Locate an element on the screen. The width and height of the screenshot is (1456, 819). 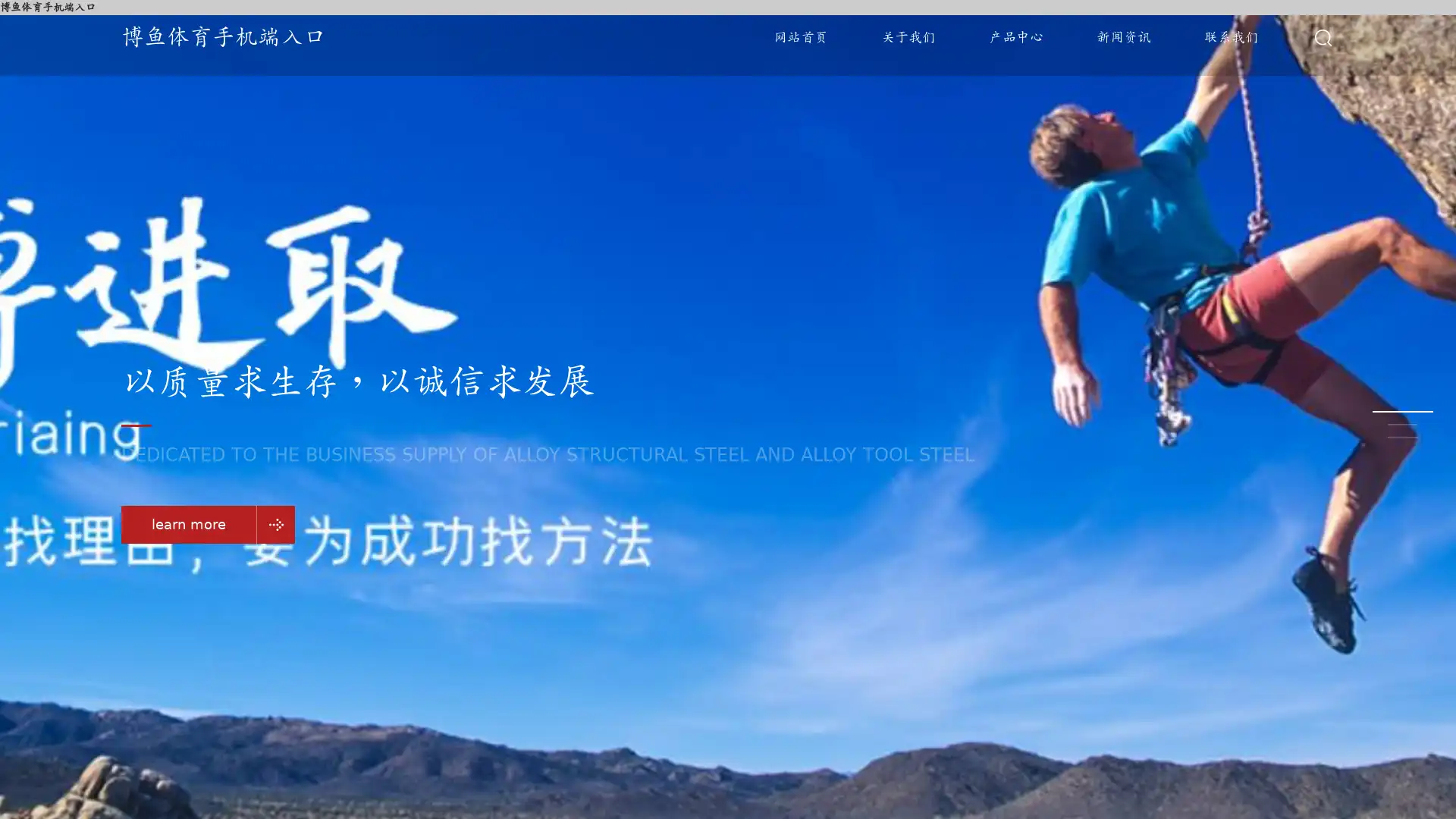
Go to slide 1 is located at coordinates (1401, 412).